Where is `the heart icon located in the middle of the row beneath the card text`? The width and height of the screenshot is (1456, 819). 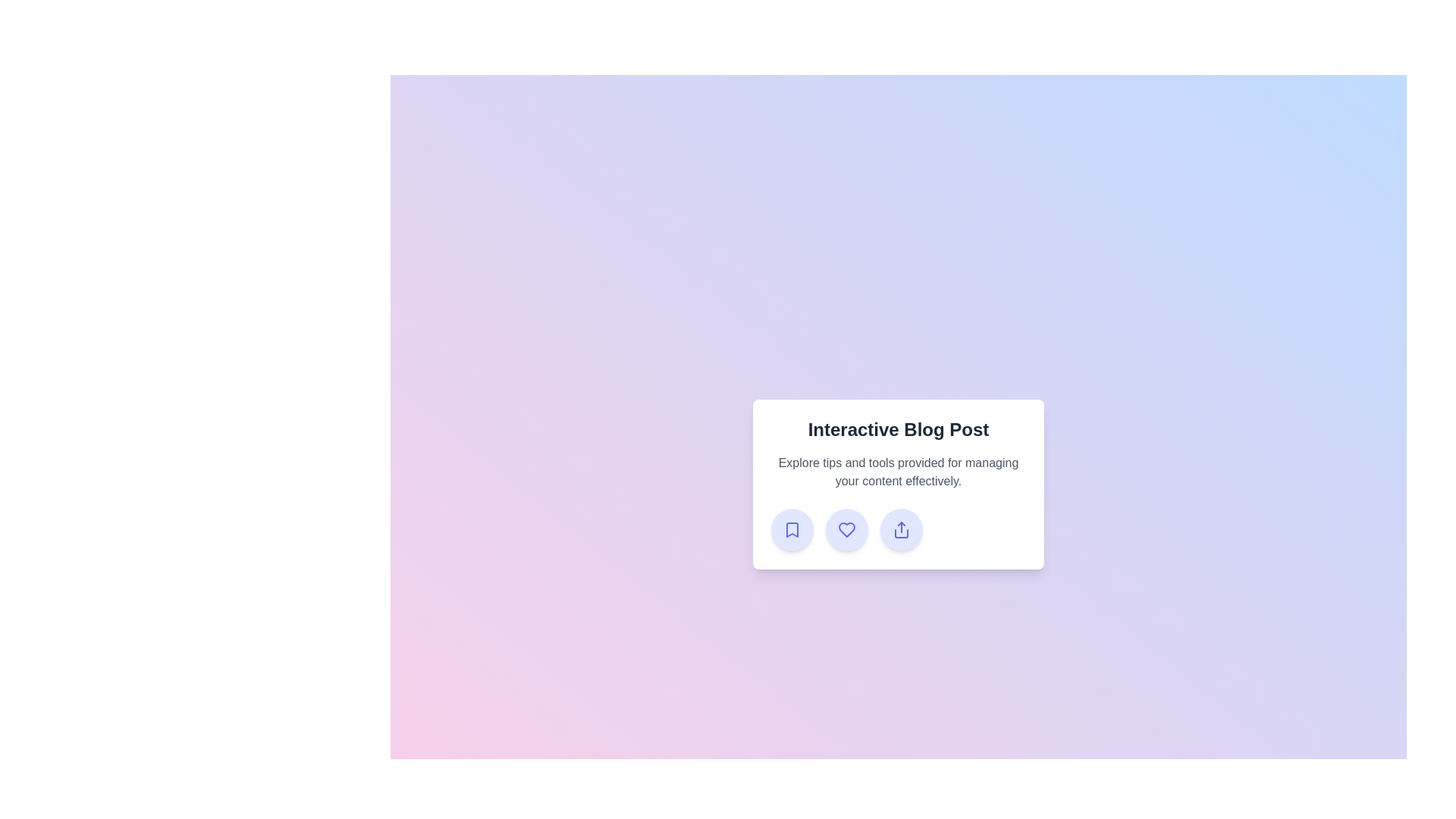
the heart icon located in the middle of the row beneath the card text is located at coordinates (846, 529).